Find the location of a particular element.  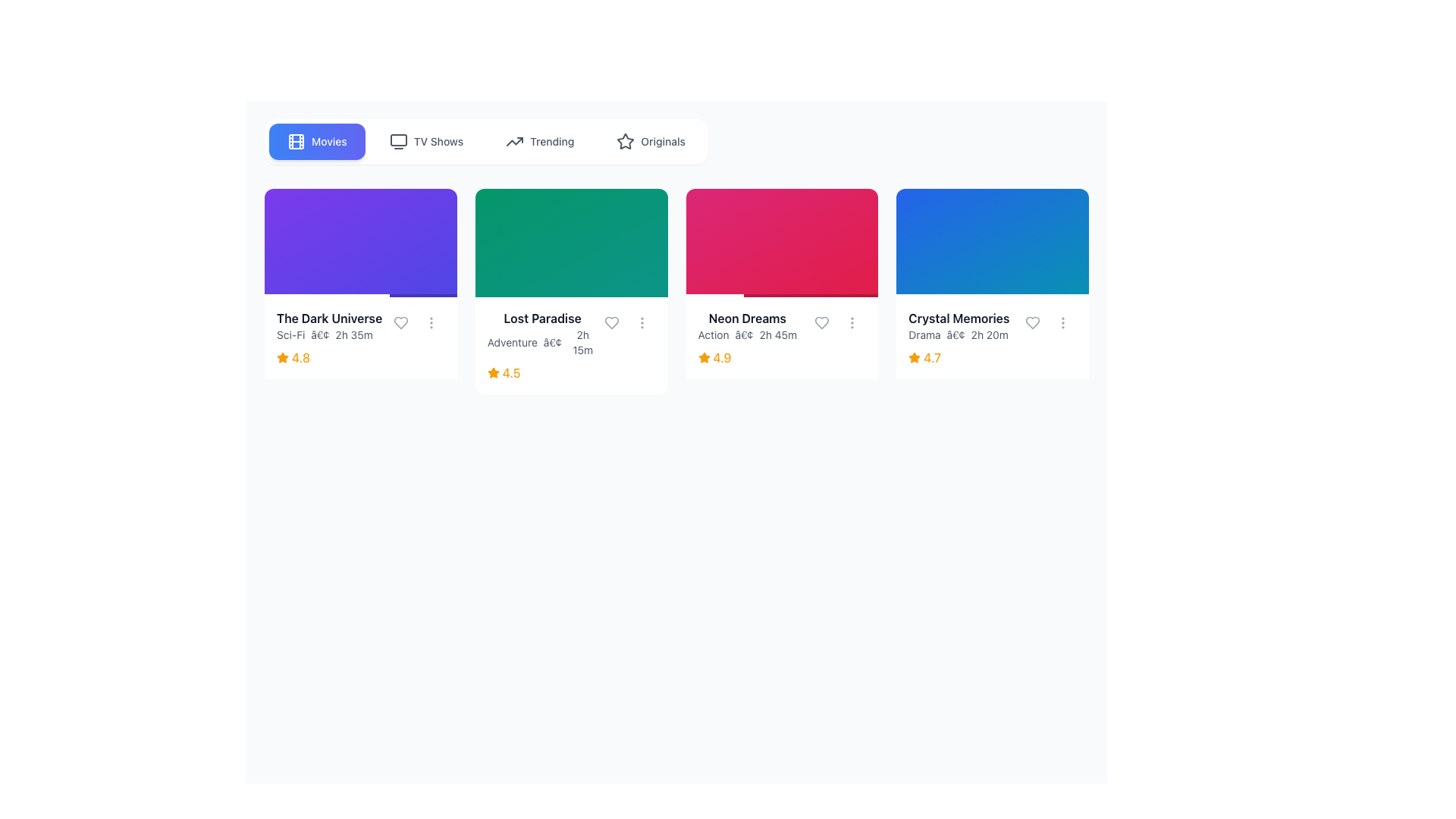

the percentage completion of the progress bar located at the bottom of the card titled 'The Dark Universe' with a purple background is located at coordinates (359, 295).